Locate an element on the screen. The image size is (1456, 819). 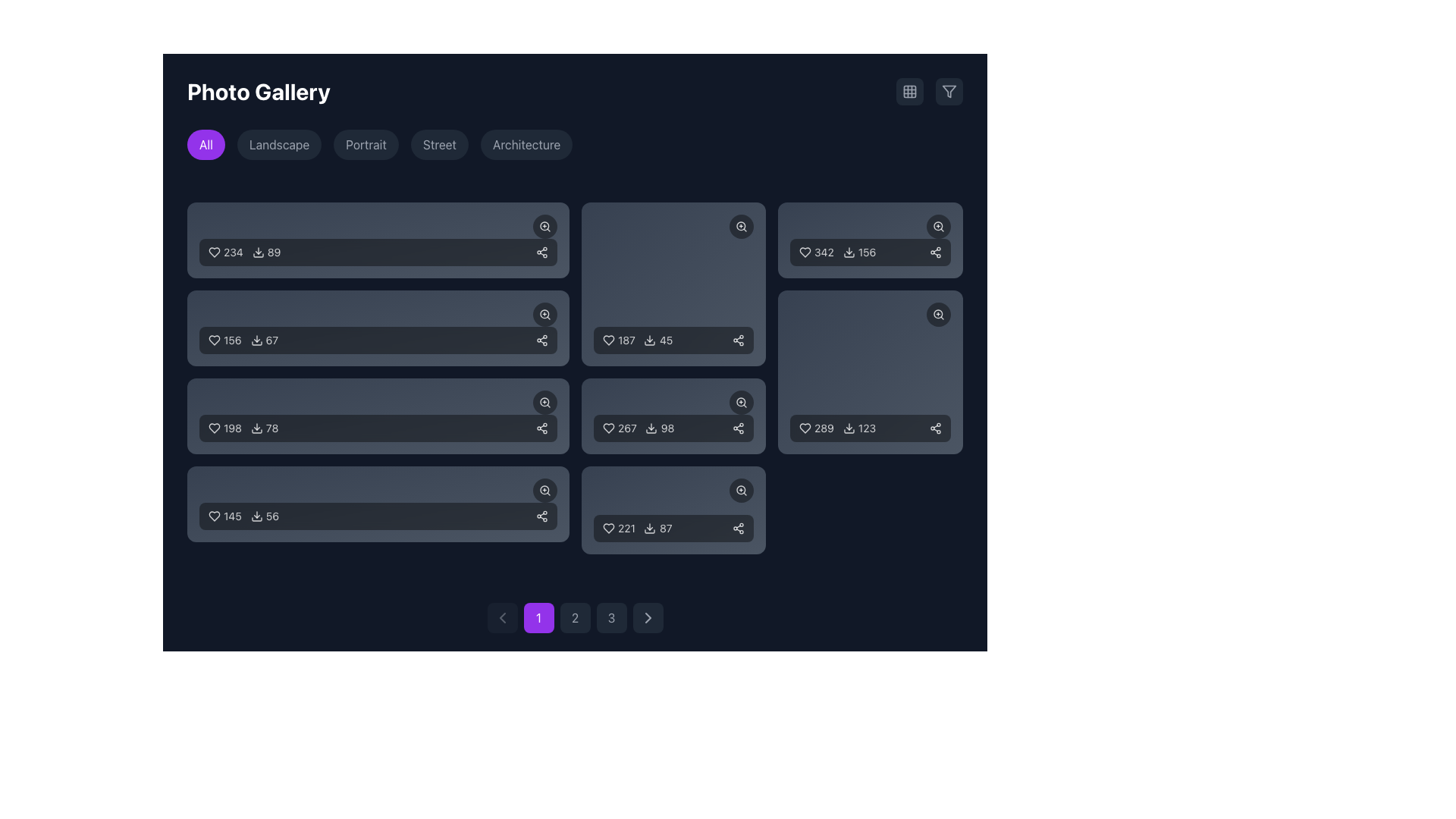
the Card component displaying counts and actions, located in the leftmost position of the third row in the grid layout is located at coordinates (378, 416).